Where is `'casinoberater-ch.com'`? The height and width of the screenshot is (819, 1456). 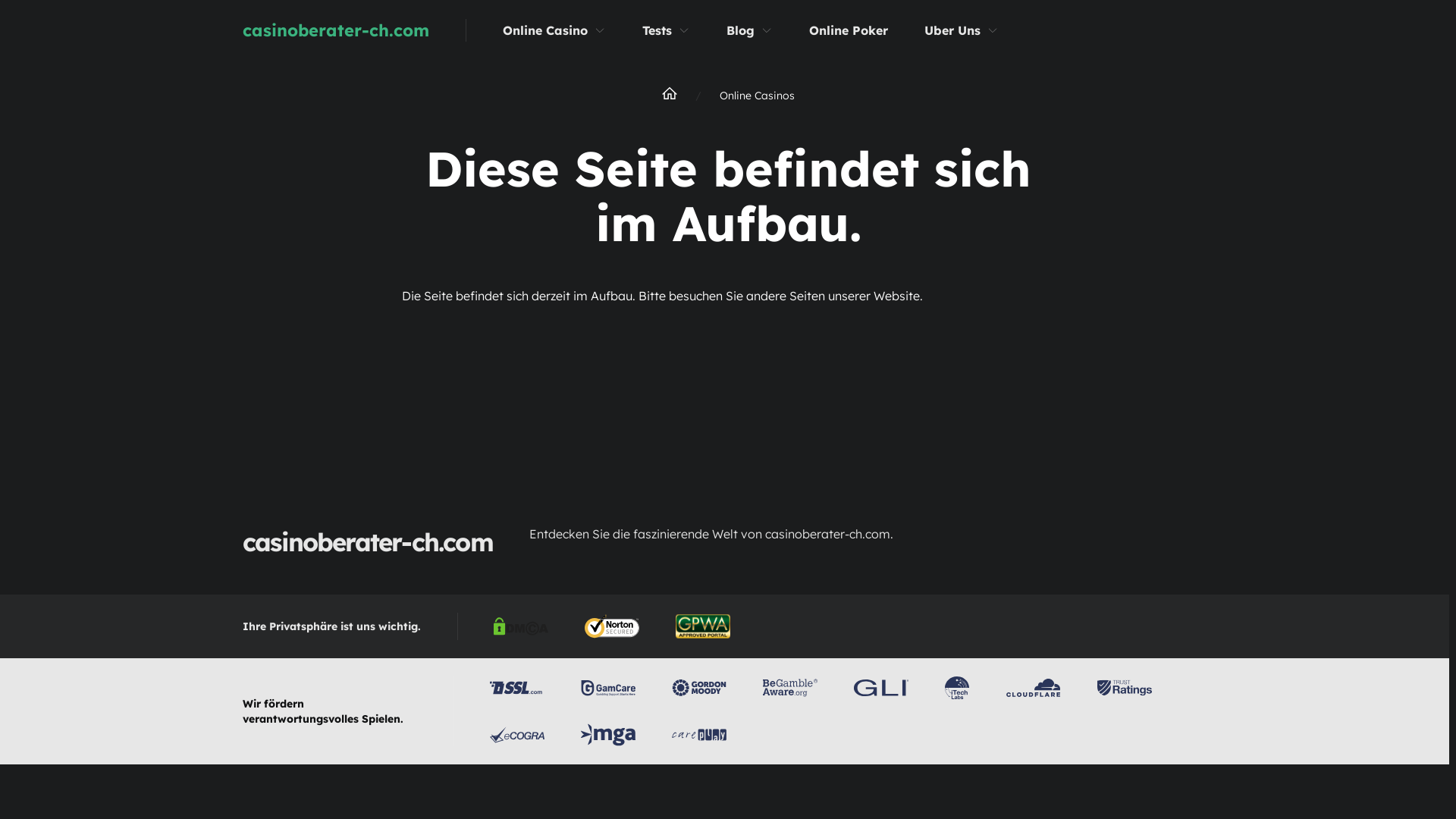 'casinoberater-ch.com' is located at coordinates (372, 30).